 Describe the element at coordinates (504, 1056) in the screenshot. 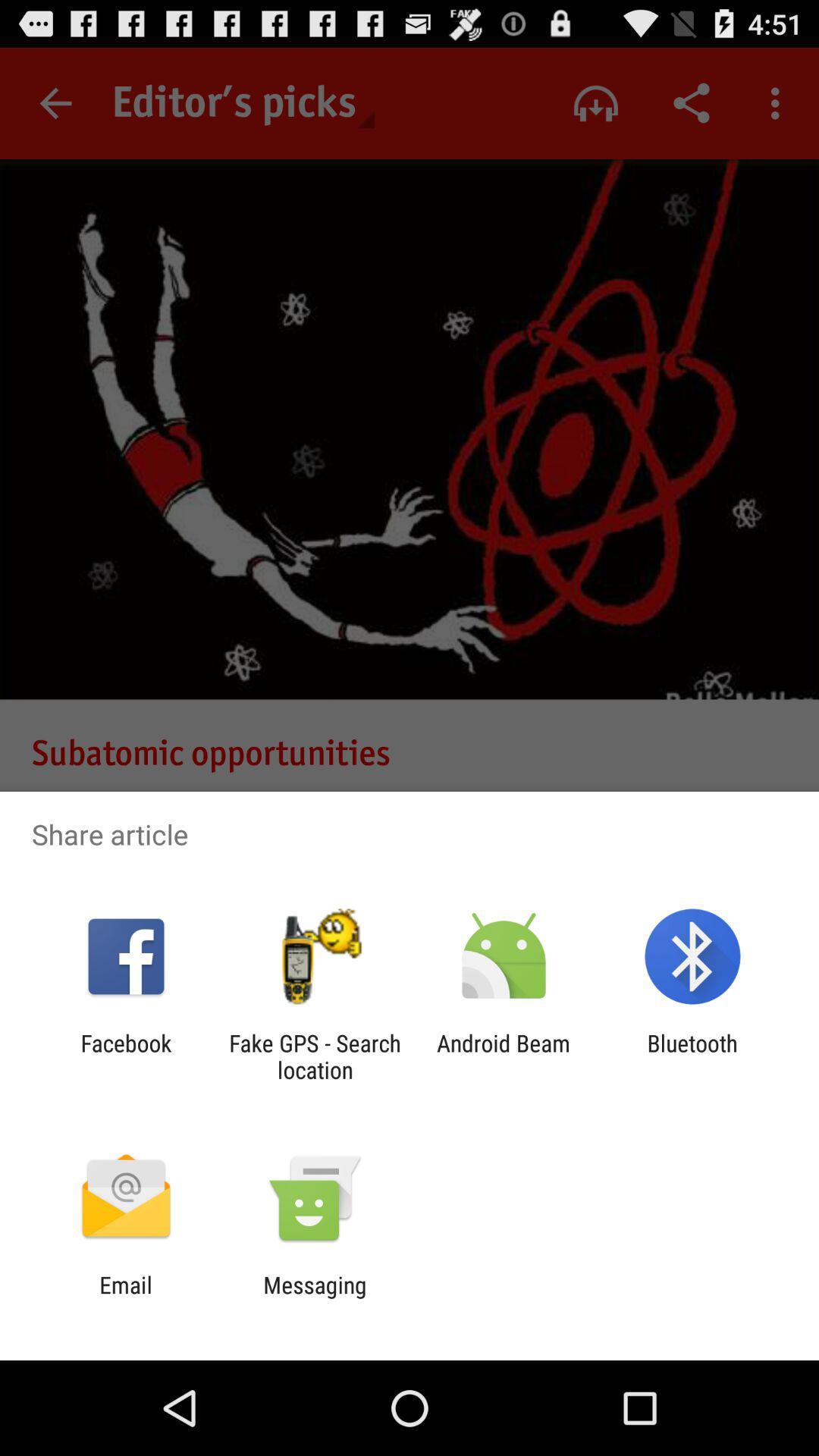

I see `icon to the left of the bluetooth icon` at that location.